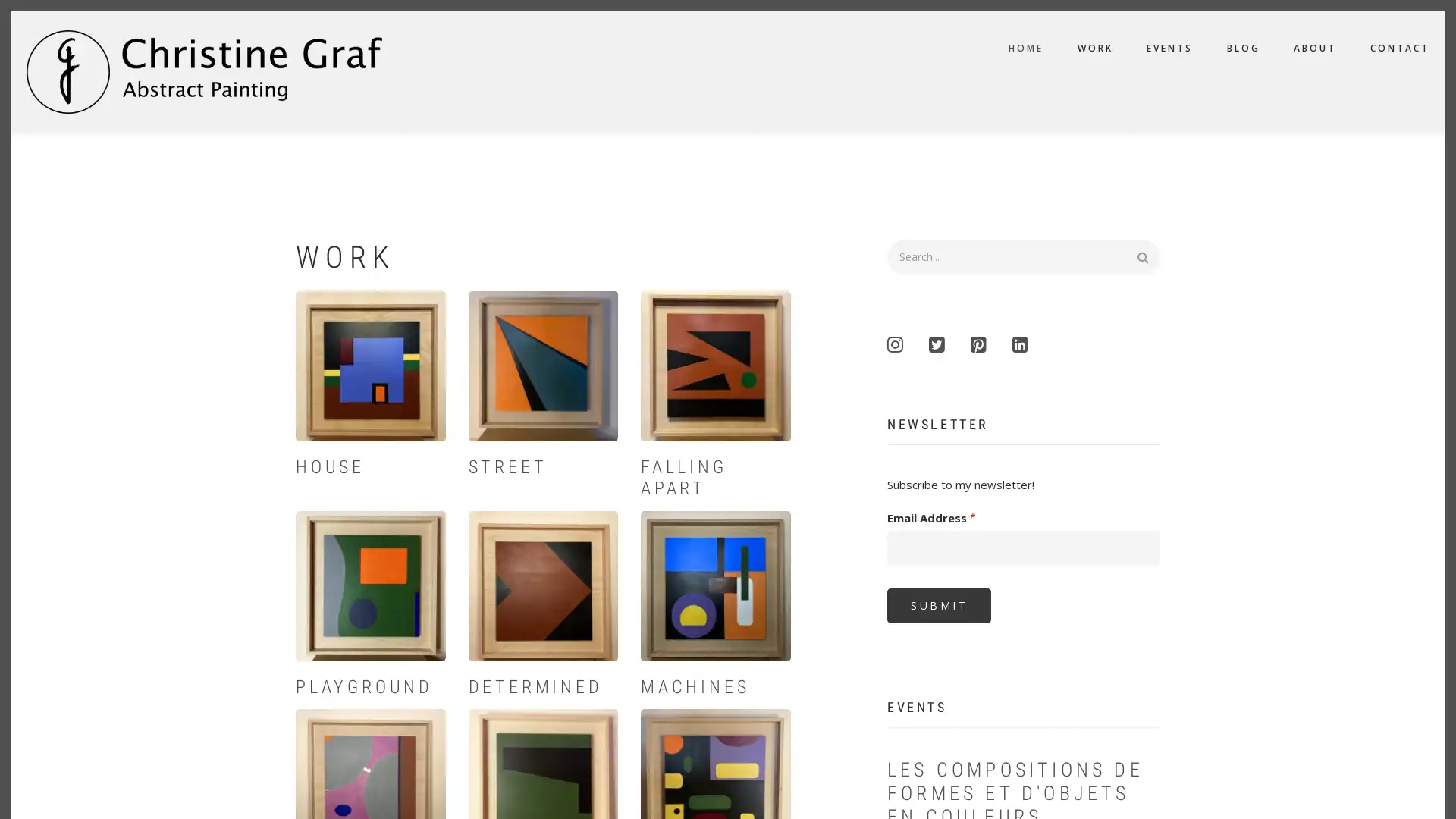 This screenshot has width=1456, height=819. What do you see at coordinates (1149, 253) in the screenshot?
I see `Search` at bounding box center [1149, 253].